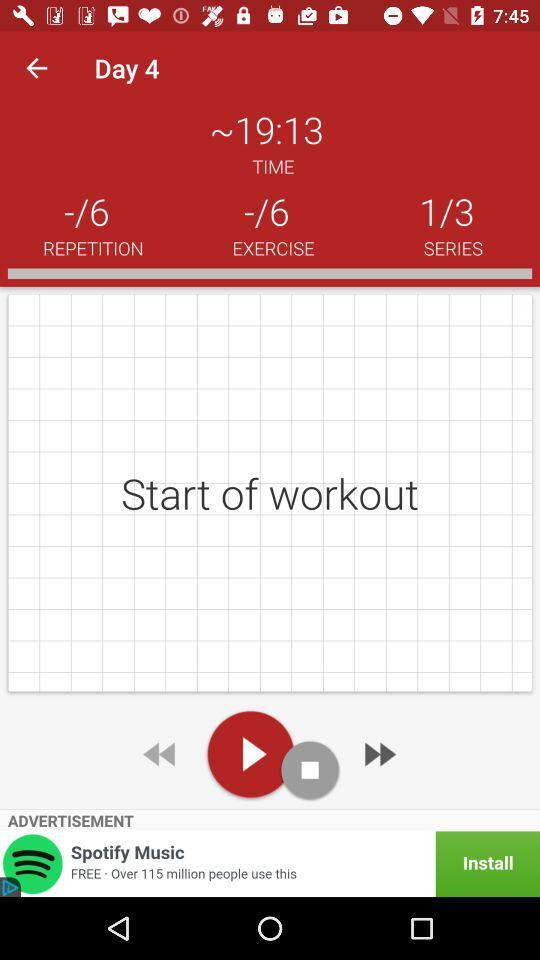 This screenshot has width=540, height=960. I want to click on stop the workout, so click(310, 769).